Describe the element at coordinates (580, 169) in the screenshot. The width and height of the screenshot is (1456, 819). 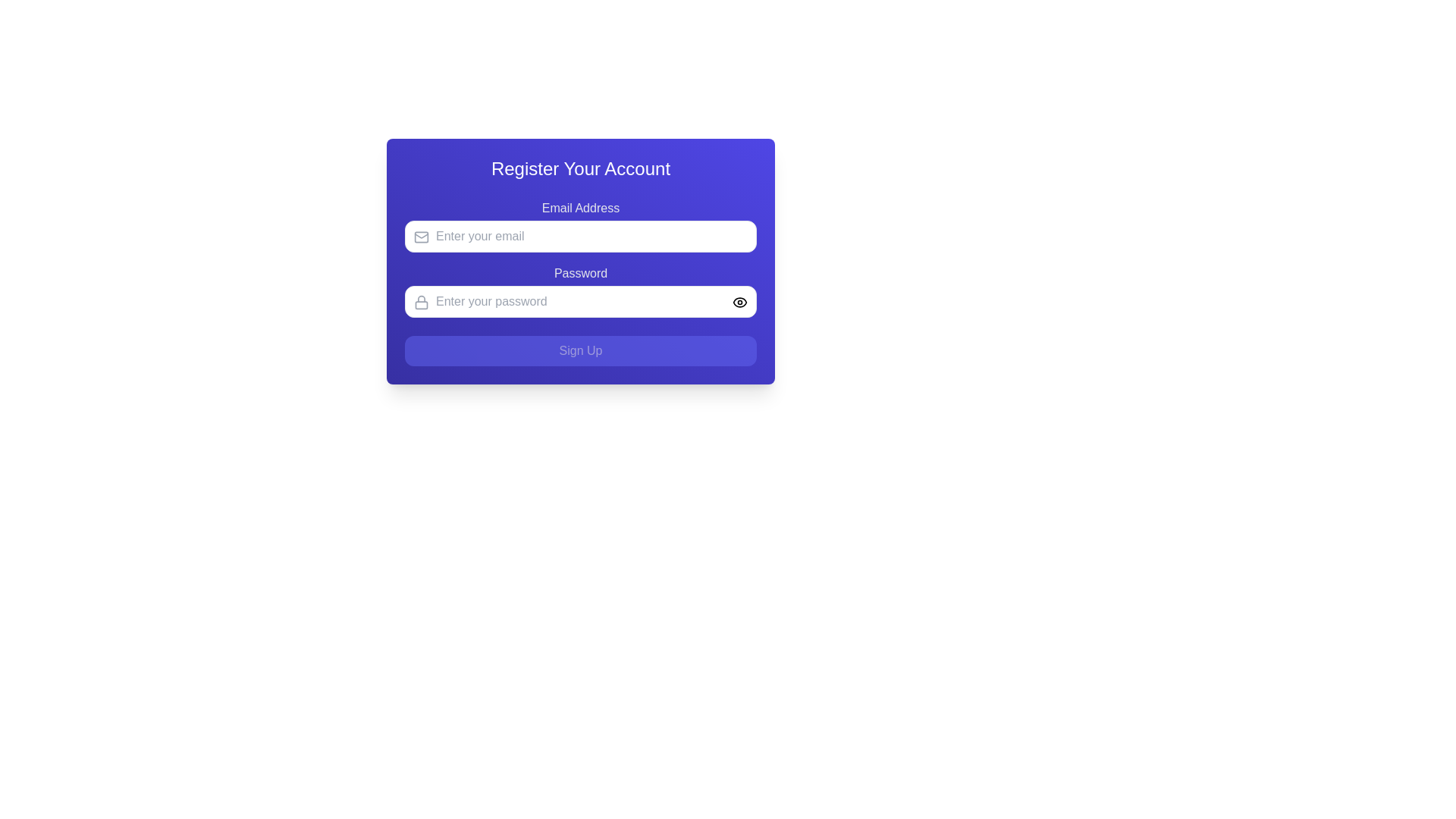
I see `the prominent heading text 'Register Your Account' which is styled with a large font size and white color, located at the top center of a card-like section with a gradient background` at that location.